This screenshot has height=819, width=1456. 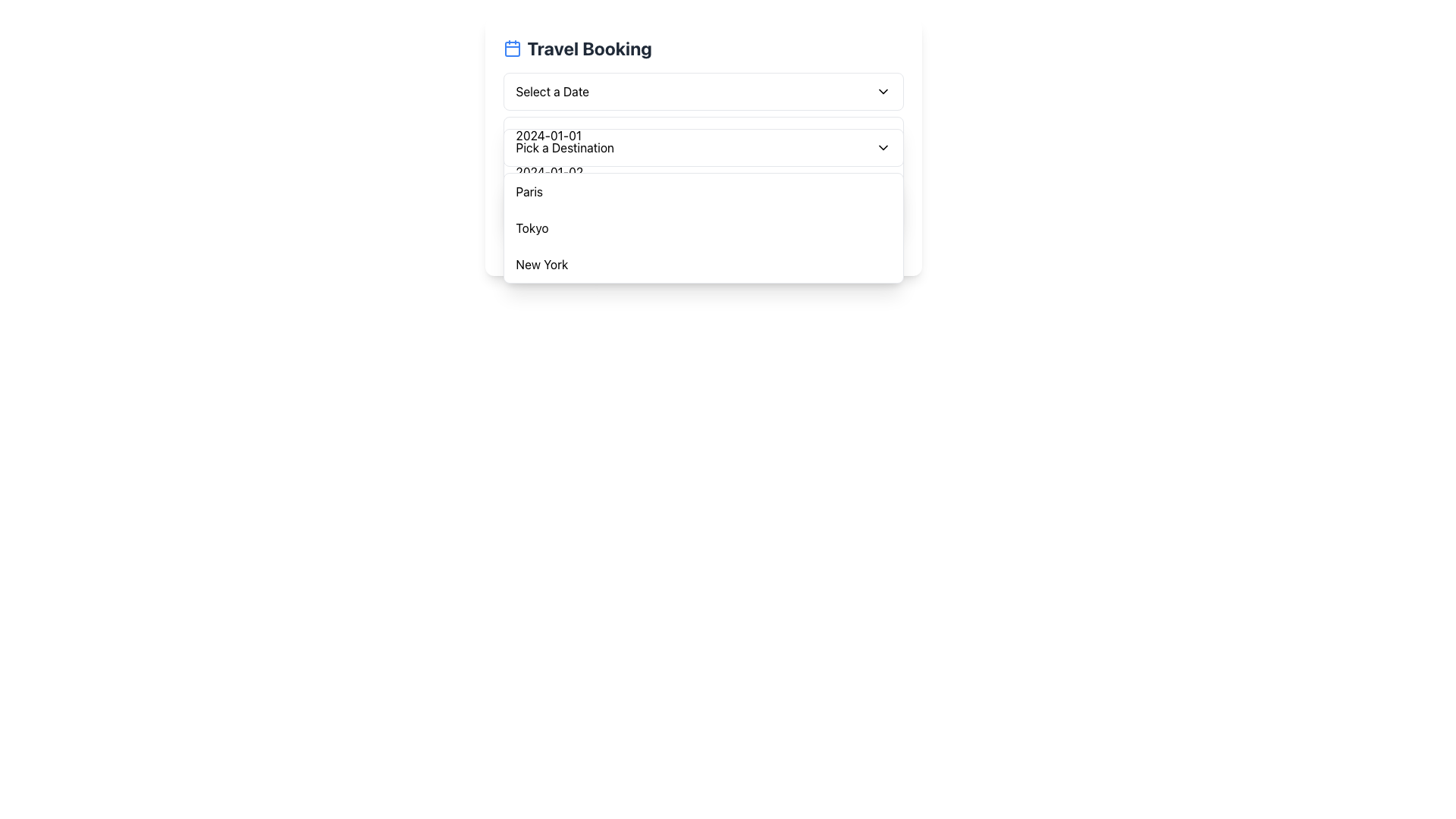 What do you see at coordinates (702, 91) in the screenshot?
I see `the dropdown menu labeled 'Select a Date'` at bounding box center [702, 91].